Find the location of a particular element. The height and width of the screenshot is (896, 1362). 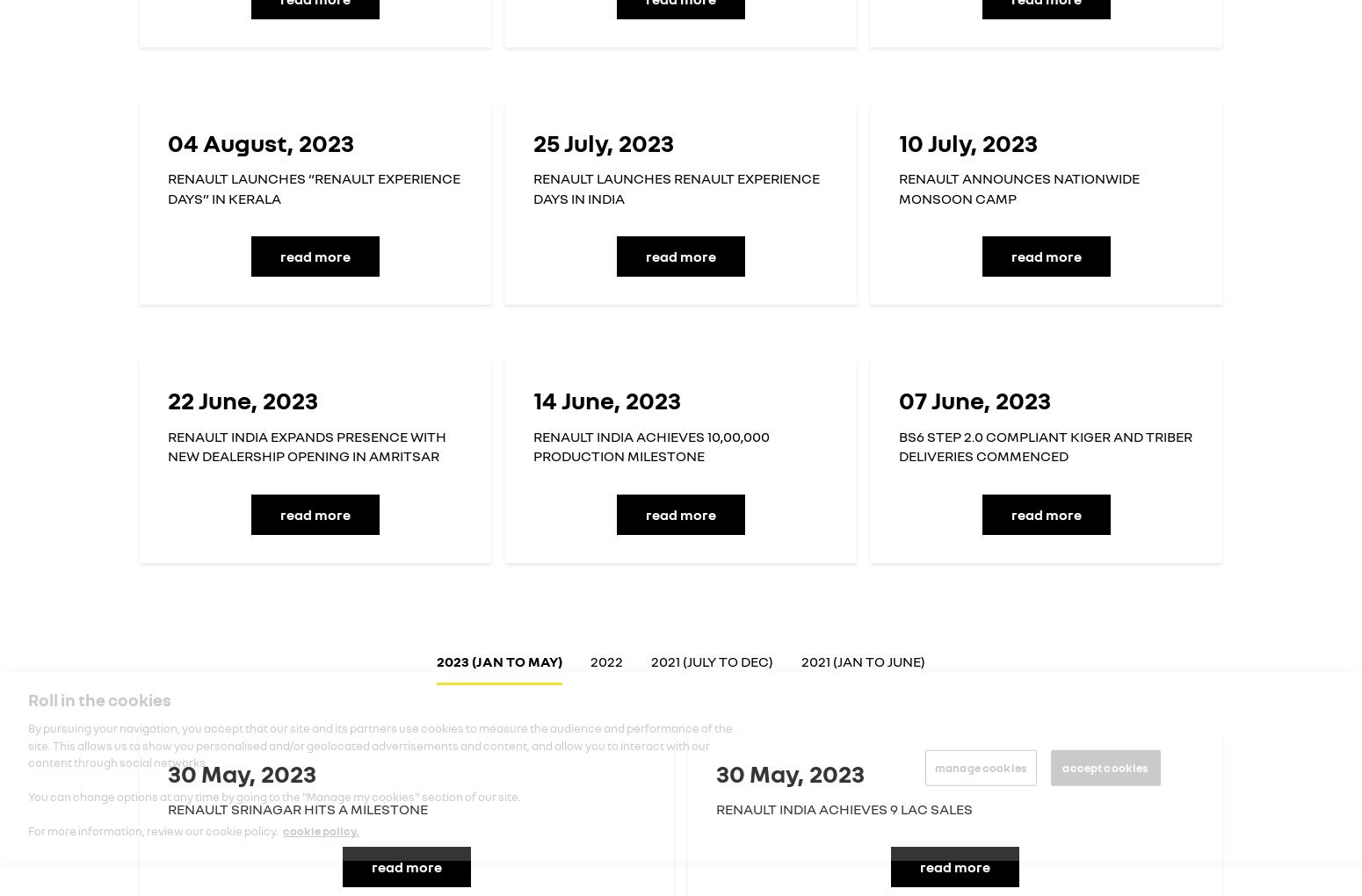

'22 June, 2023' is located at coordinates (243, 399).